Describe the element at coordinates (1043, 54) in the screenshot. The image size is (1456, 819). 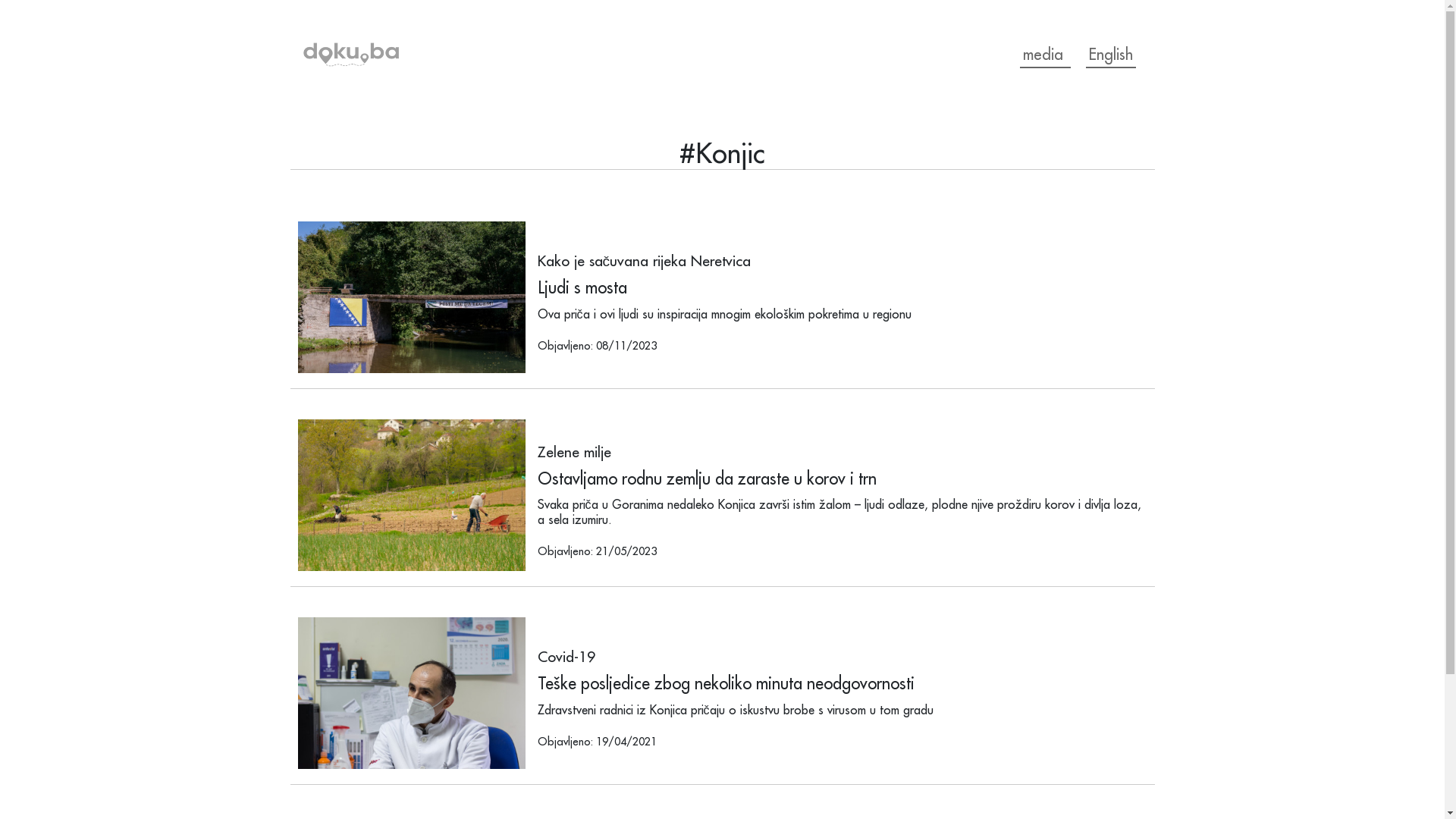
I see `'media'` at that location.